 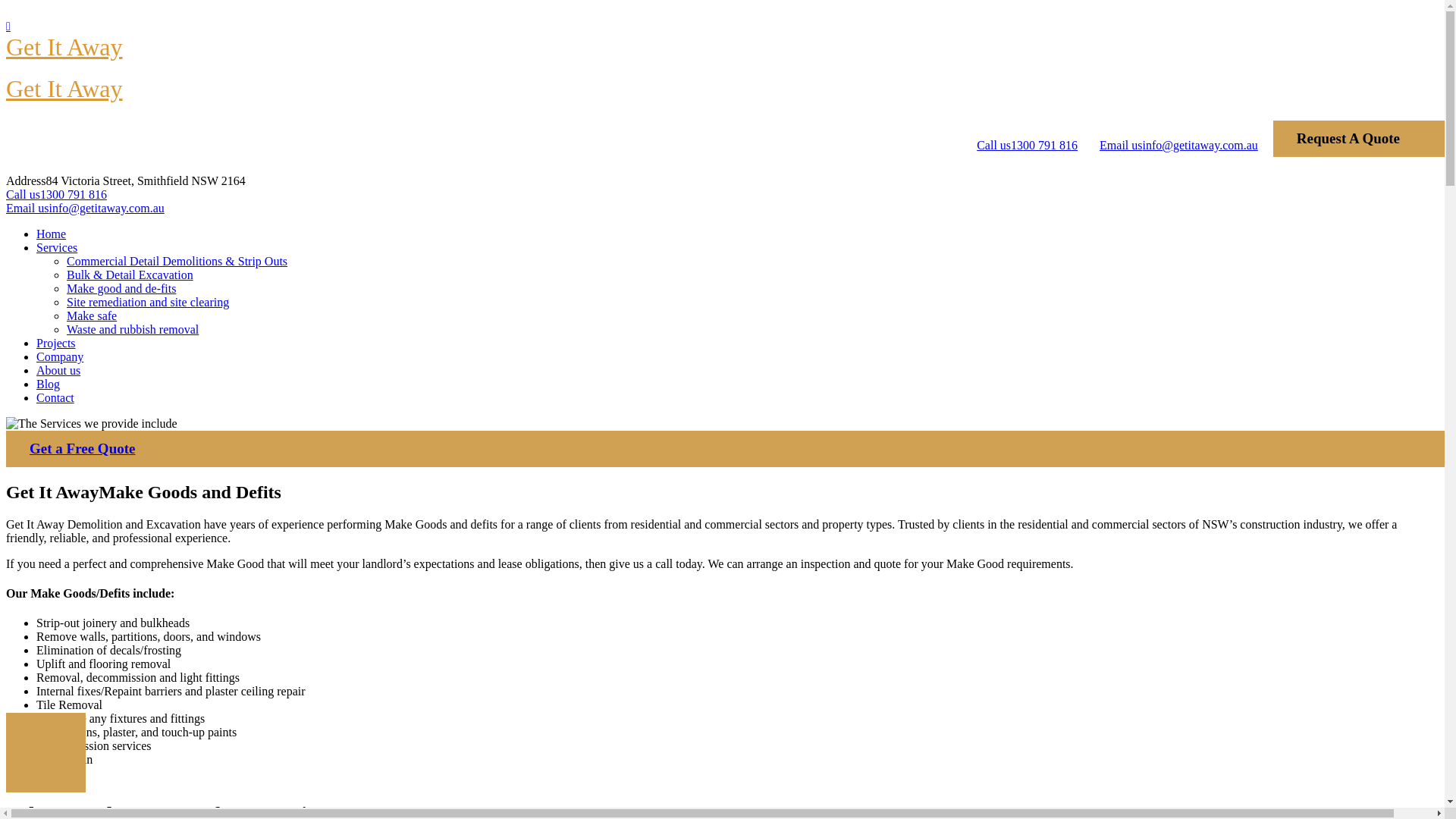 What do you see at coordinates (130, 275) in the screenshot?
I see `'Bulk & Detail Excavation'` at bounding box center [130, 275].